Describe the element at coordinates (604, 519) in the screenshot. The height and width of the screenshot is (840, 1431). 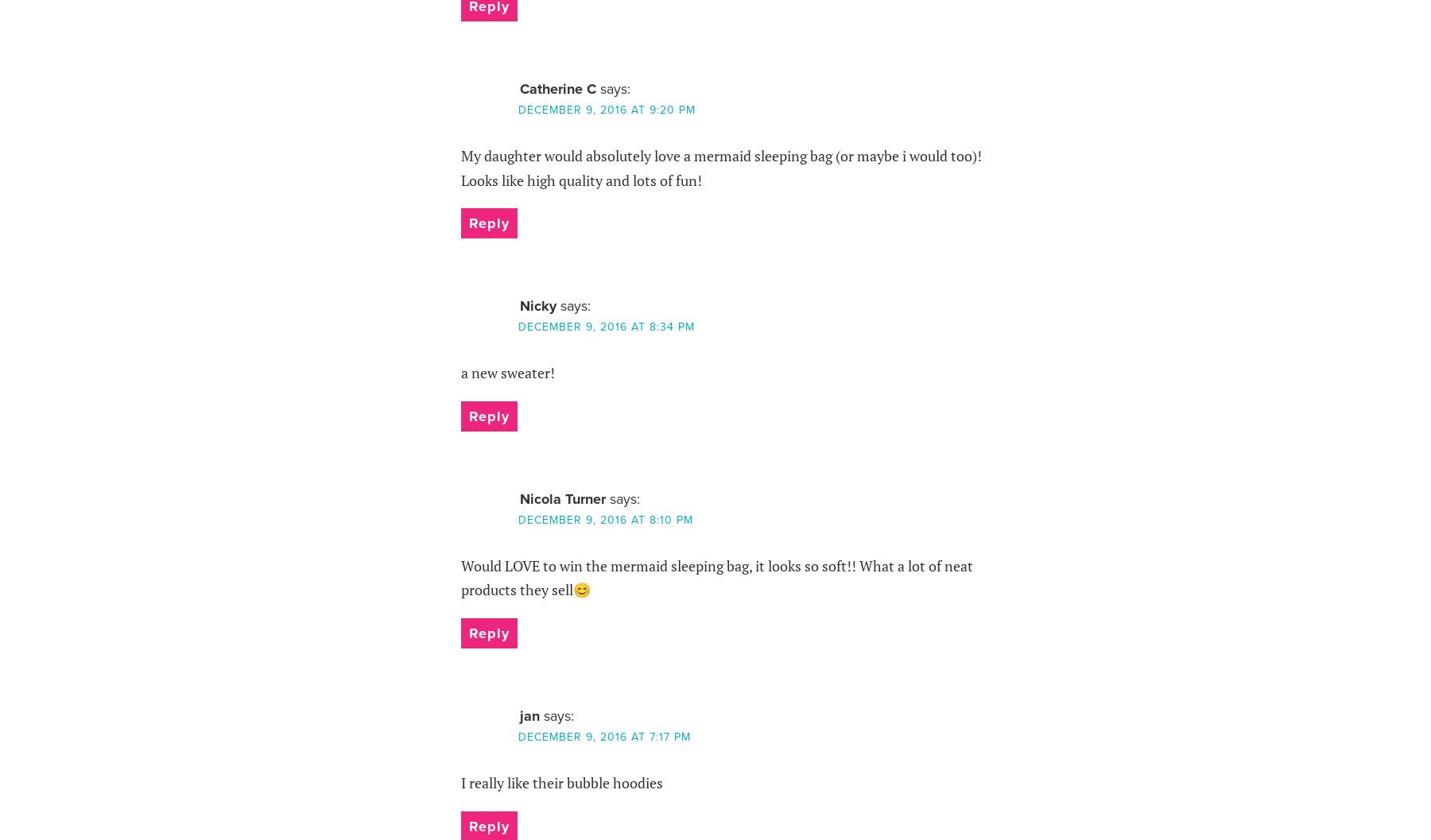
I see `'December 9, 2016 at 8:10 pm'` at that location.